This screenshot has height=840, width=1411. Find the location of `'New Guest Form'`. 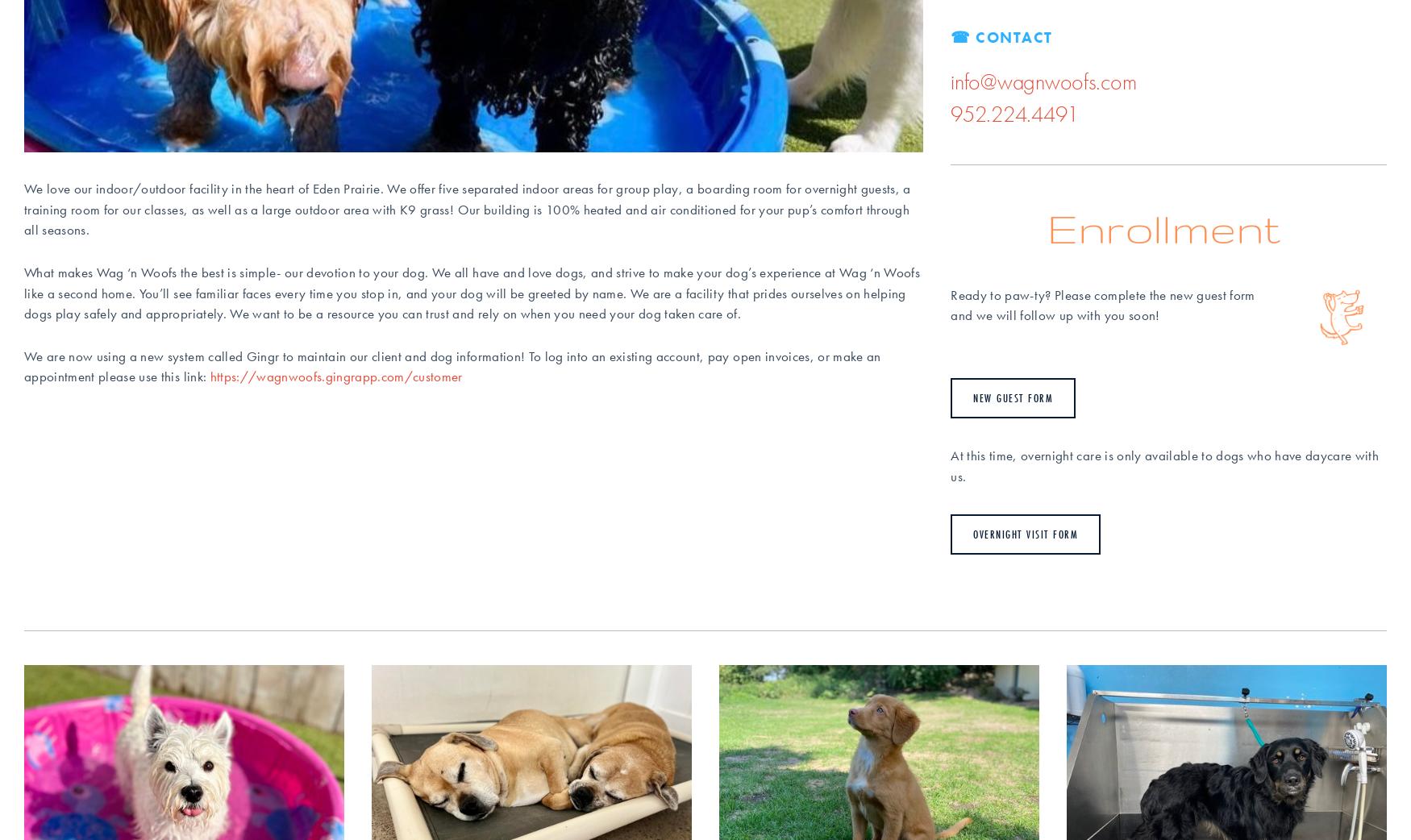

'New Guest Form' is located at coordinates (1012, 398).